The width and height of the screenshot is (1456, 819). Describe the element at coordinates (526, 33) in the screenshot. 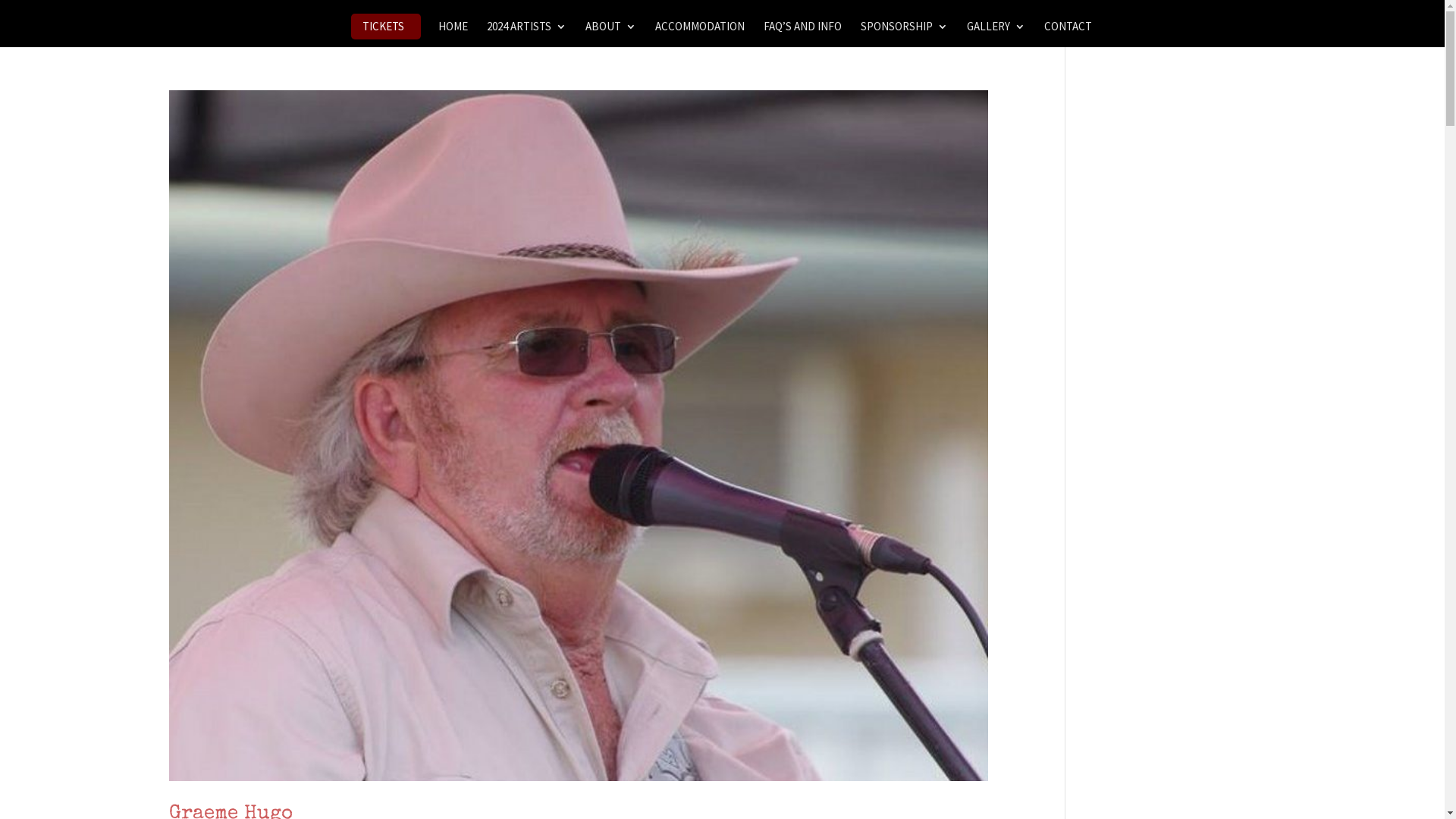

I see `'2024 ARTISTS'` at that location.